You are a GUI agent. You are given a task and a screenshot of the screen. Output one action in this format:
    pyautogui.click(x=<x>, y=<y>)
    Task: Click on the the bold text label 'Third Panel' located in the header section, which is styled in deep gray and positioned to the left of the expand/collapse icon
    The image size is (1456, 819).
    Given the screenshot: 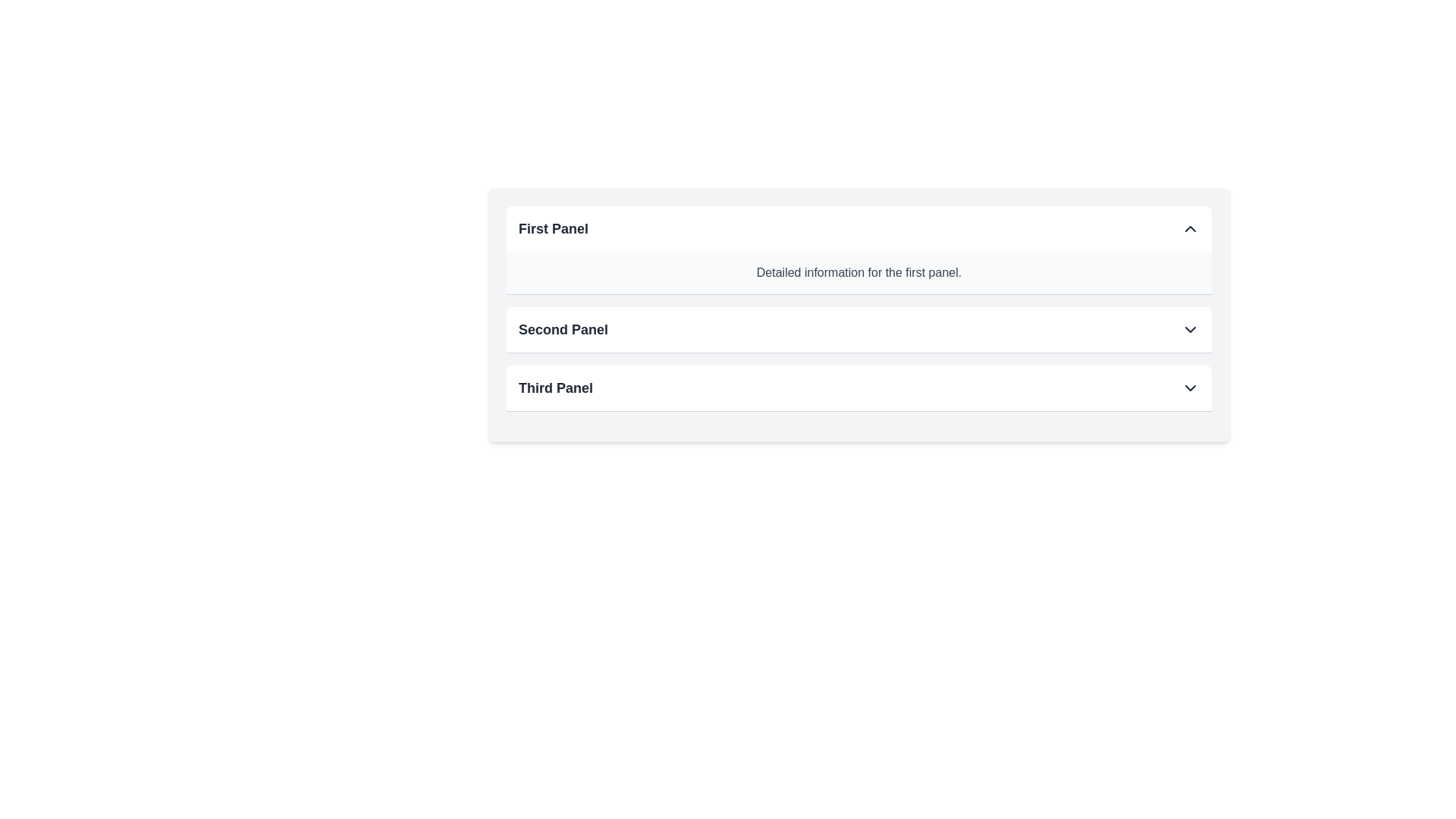 What is the action you would take?
    pyautogui.click(x=555, y=388)
    